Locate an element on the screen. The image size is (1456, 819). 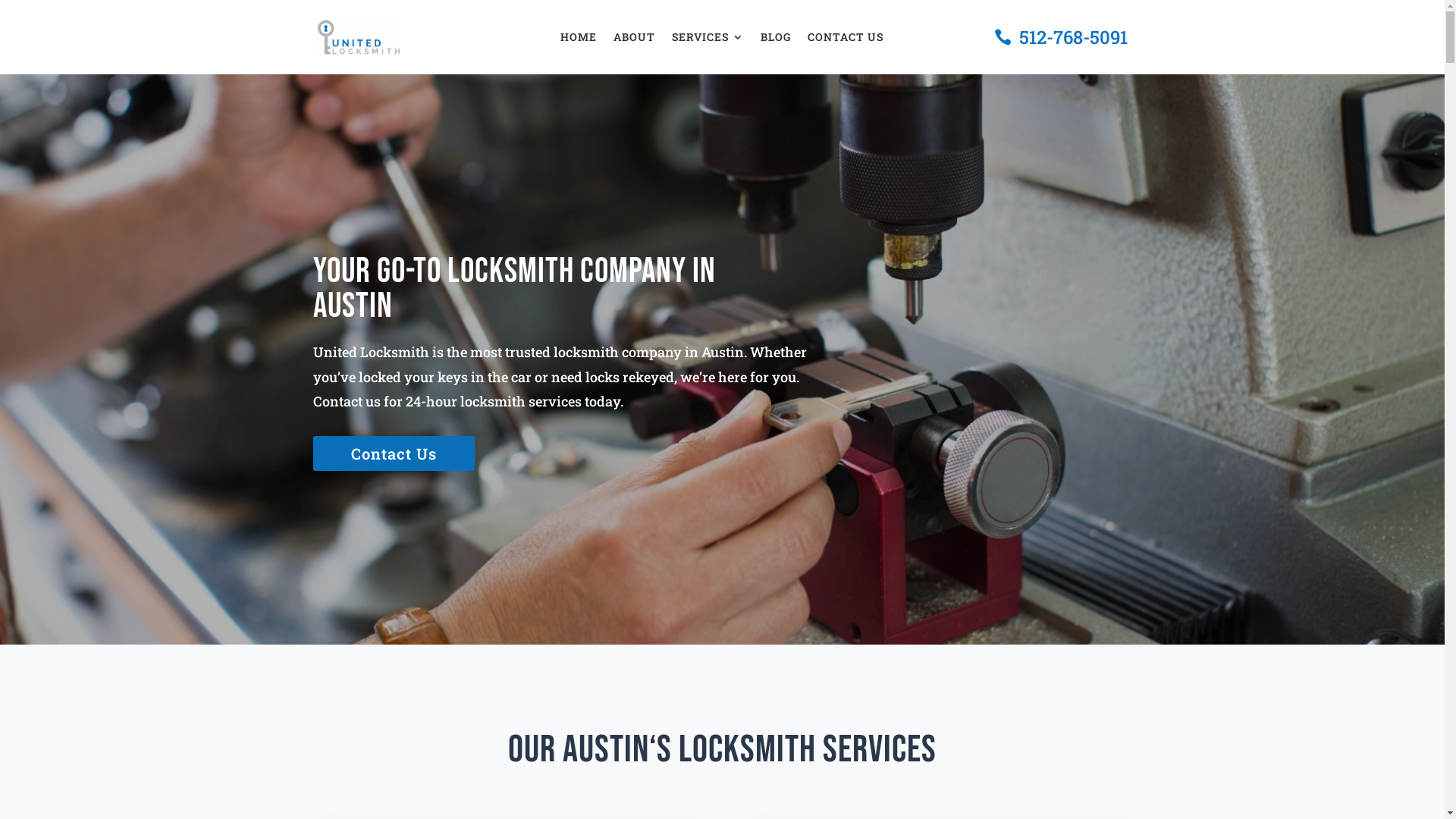
'ABOUT' is located at coordinates (634, 39).